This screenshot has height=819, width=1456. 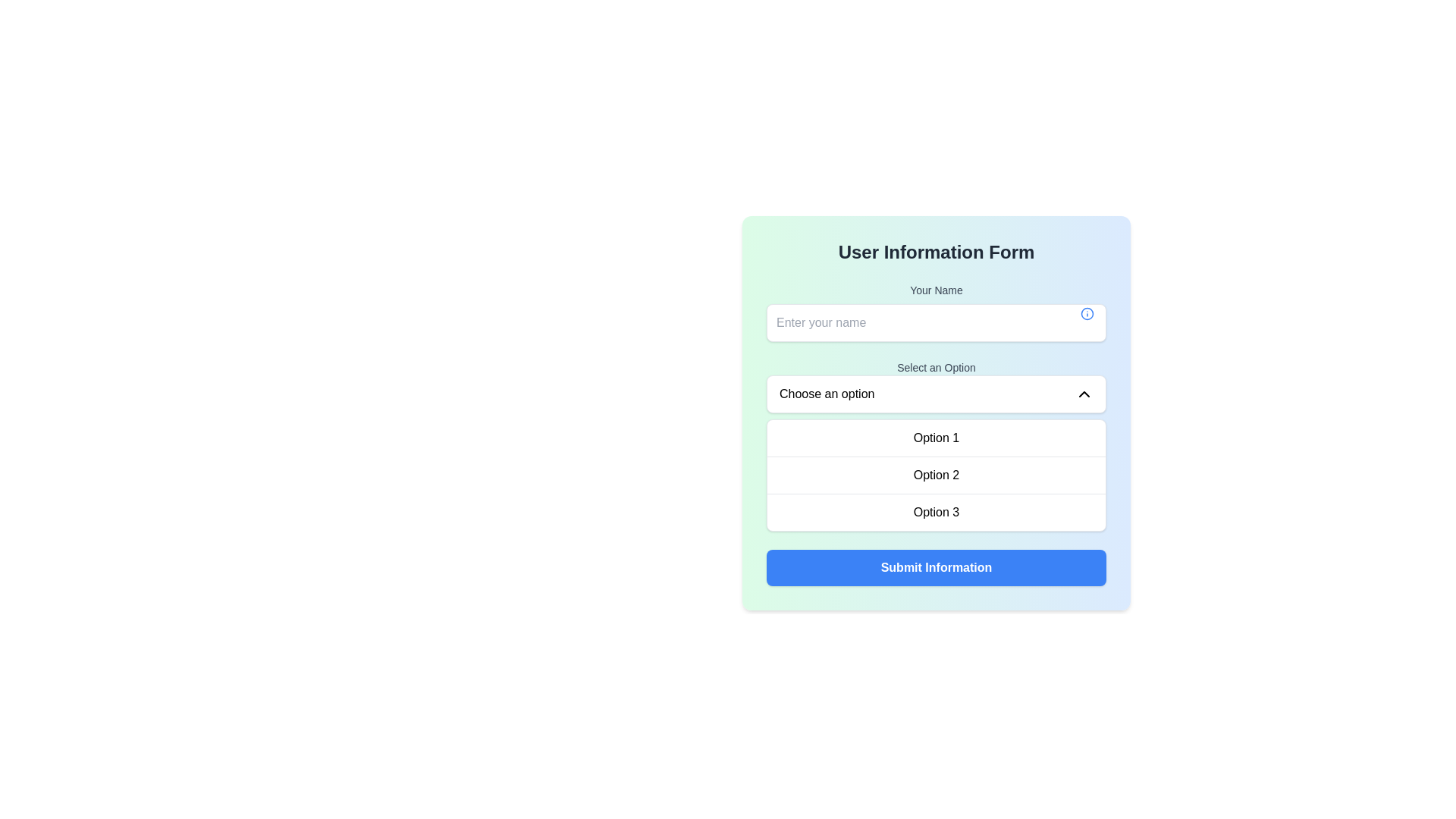 What do you see at coordinates (935, 438) in the screenshot?
I see `the first item in the dropdown menu labeled 'Option 1'` at bounding box center [935, 438].